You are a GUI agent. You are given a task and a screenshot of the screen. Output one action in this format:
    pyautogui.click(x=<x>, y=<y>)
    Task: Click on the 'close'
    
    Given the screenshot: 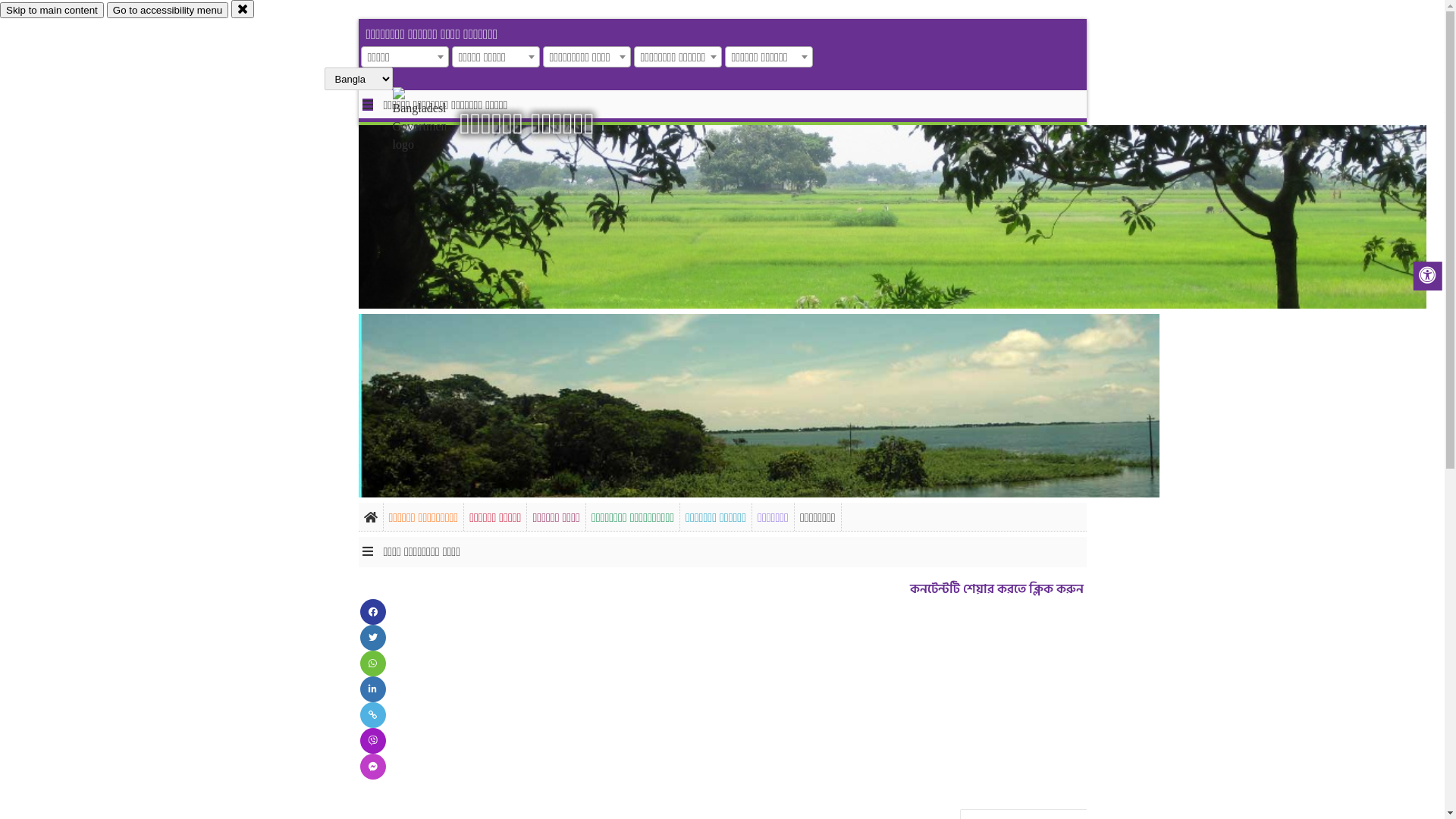 What is the action you would take?
    pyautogui.click(x=243, y=8)
    